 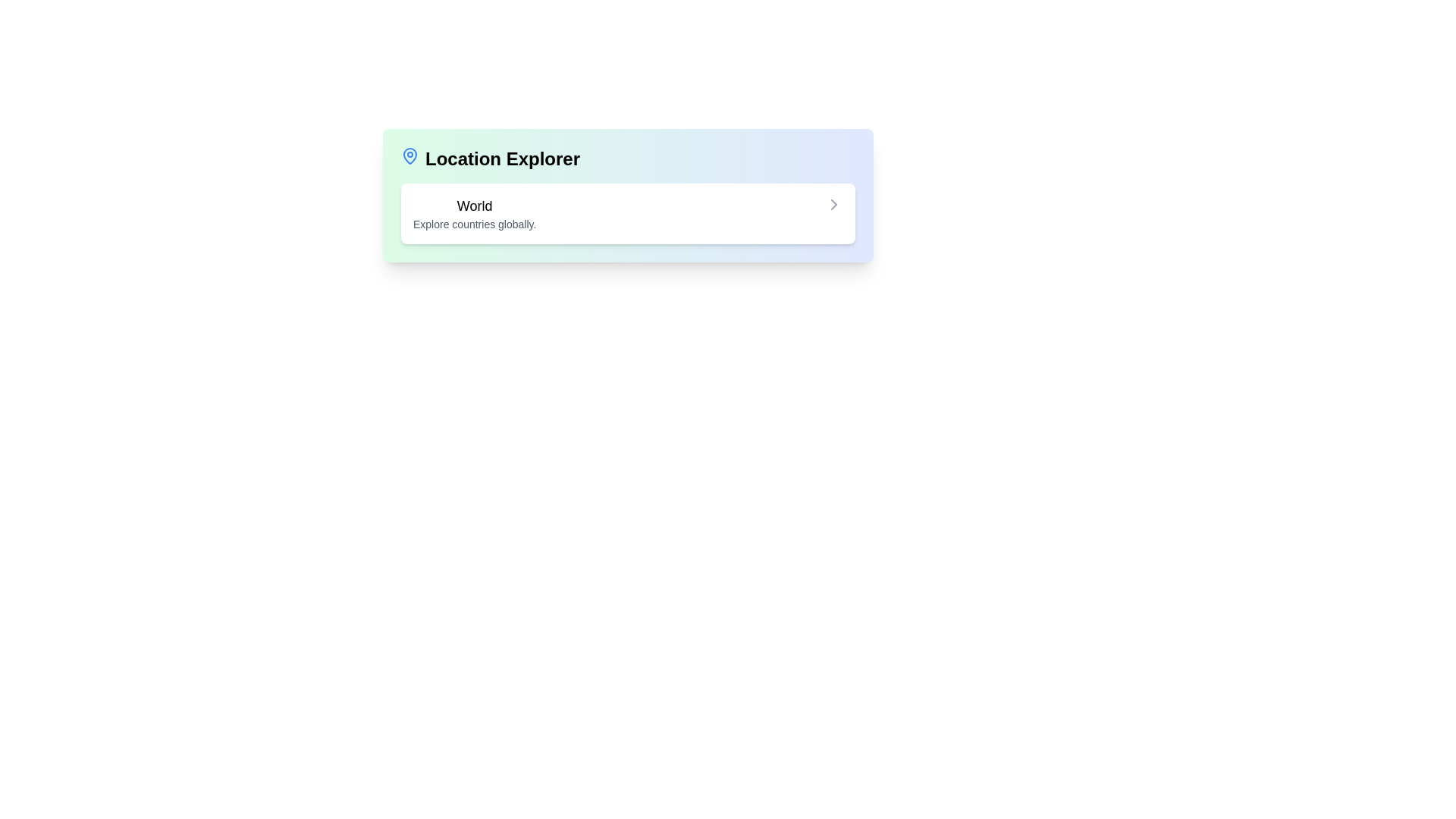 What do you see at coordinates (474, 213) in the screenshot?
I see `the text-based navigational component with the heading 'World' and subheading 'Explore countries globally.'` at bounding box center [474, 213].